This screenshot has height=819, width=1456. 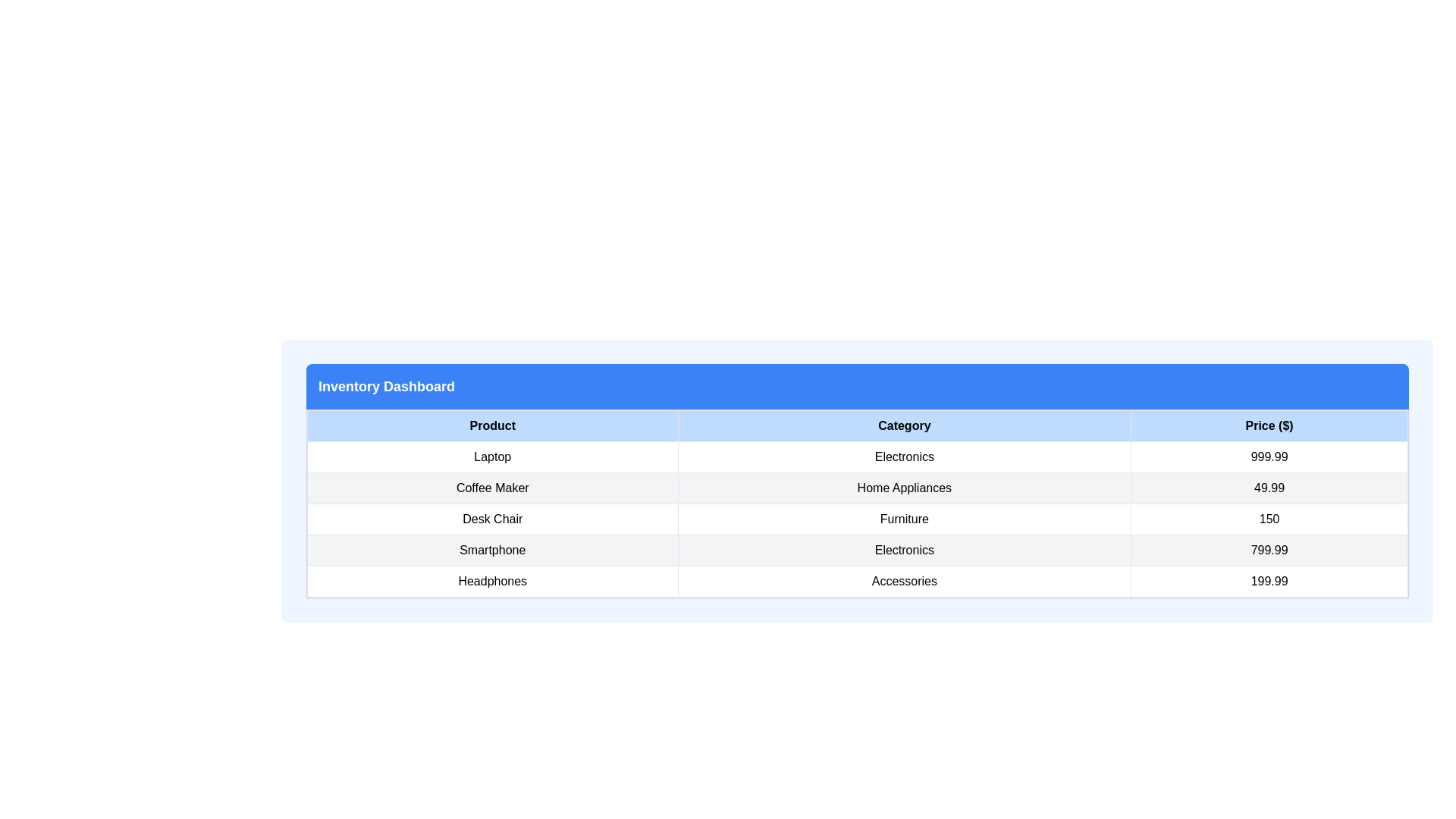 I want to click on text from the table cell containing 'Home Appliances' located in the second row under the 'Category' column, so click(x=904, y=488).